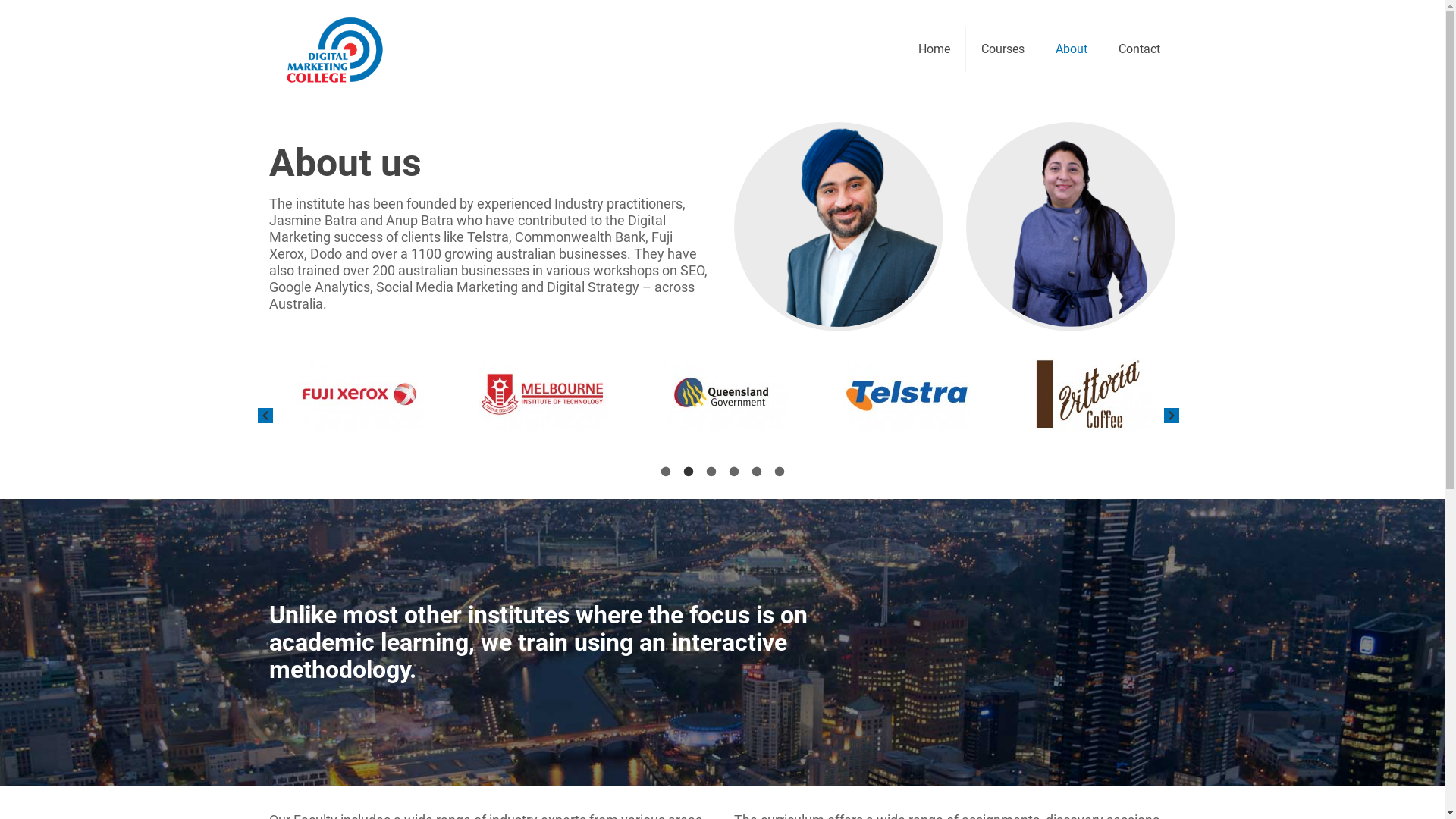  What do you see at coordinates (1003, 49) in the screenshot?
I see `'Courses'` at bounding box center [1003, 49].